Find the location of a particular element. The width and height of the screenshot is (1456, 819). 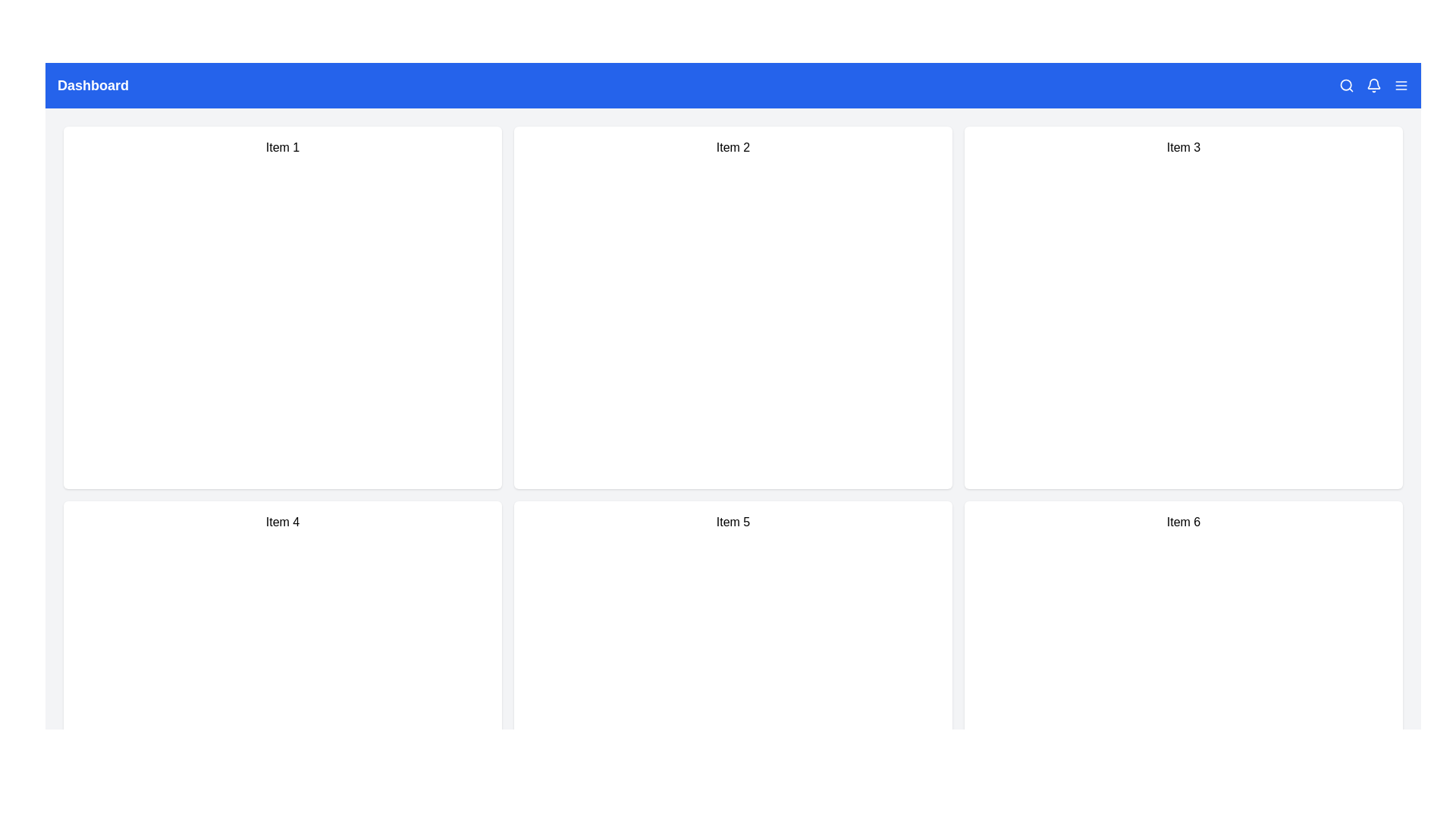

the grouping of three icons located on the right side of the blue header, which includes a magnifying glass, a bell, and a hamburger menu is located at coordinates (1373, 85).